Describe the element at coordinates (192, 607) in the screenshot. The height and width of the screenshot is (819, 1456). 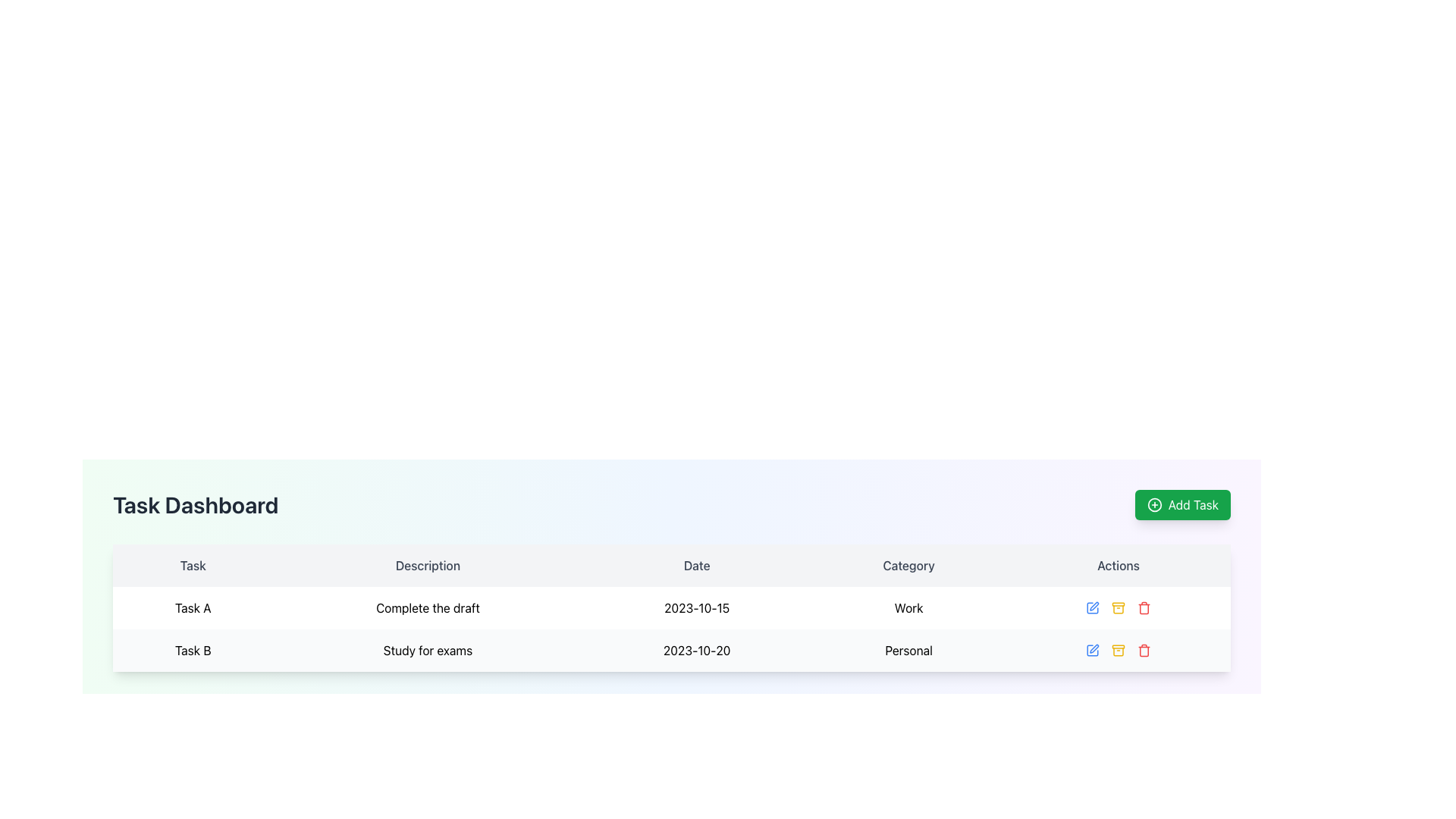
I see `the text label containing 'Task A' in the first column of the top row of the table under the 'Task' heading` at that location.